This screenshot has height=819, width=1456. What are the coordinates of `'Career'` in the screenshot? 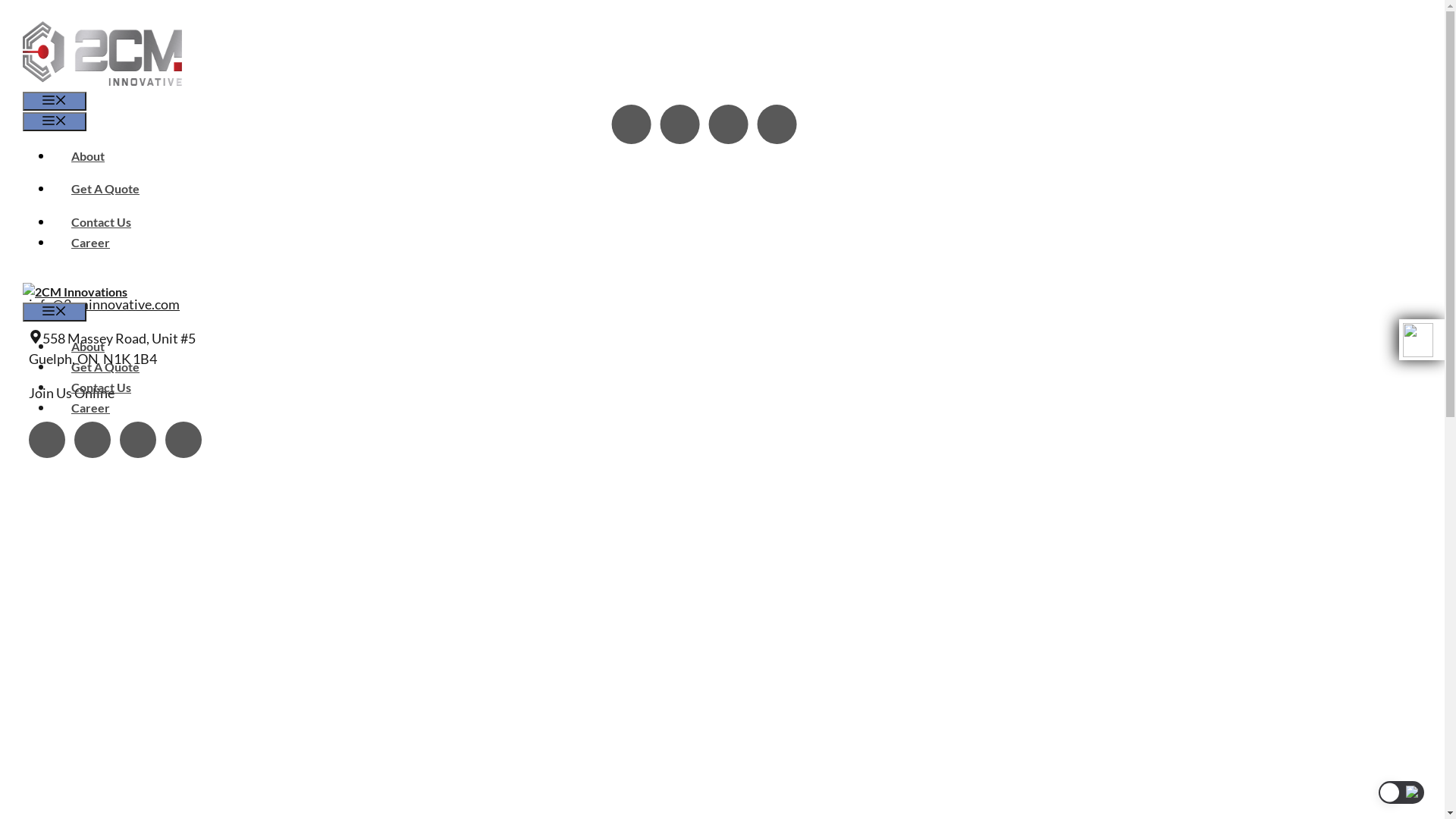 It's located at (89, 406).